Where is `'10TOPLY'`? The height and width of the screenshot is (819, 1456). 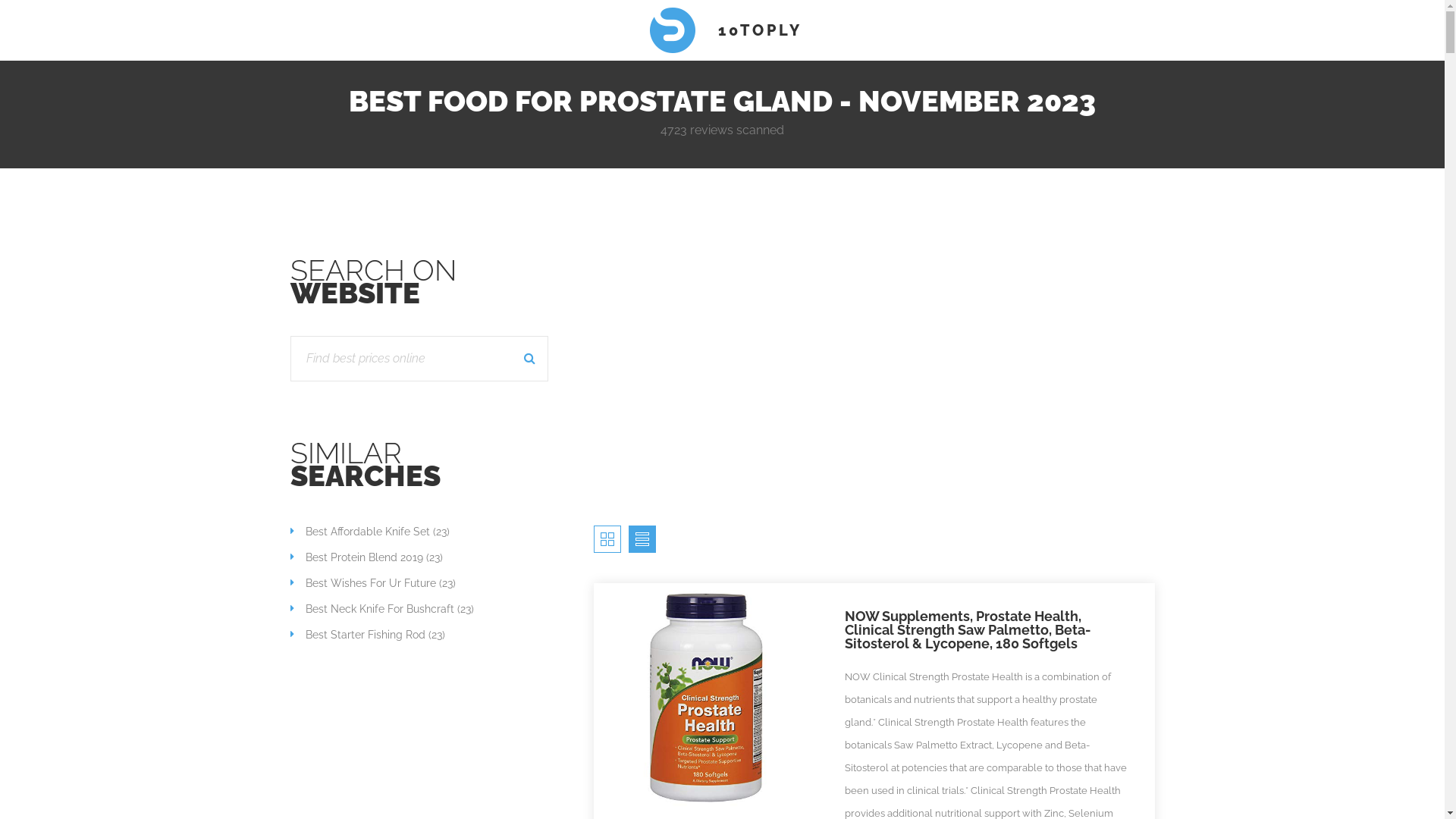 '10TOPLY' is located at coordinates (721, 30).